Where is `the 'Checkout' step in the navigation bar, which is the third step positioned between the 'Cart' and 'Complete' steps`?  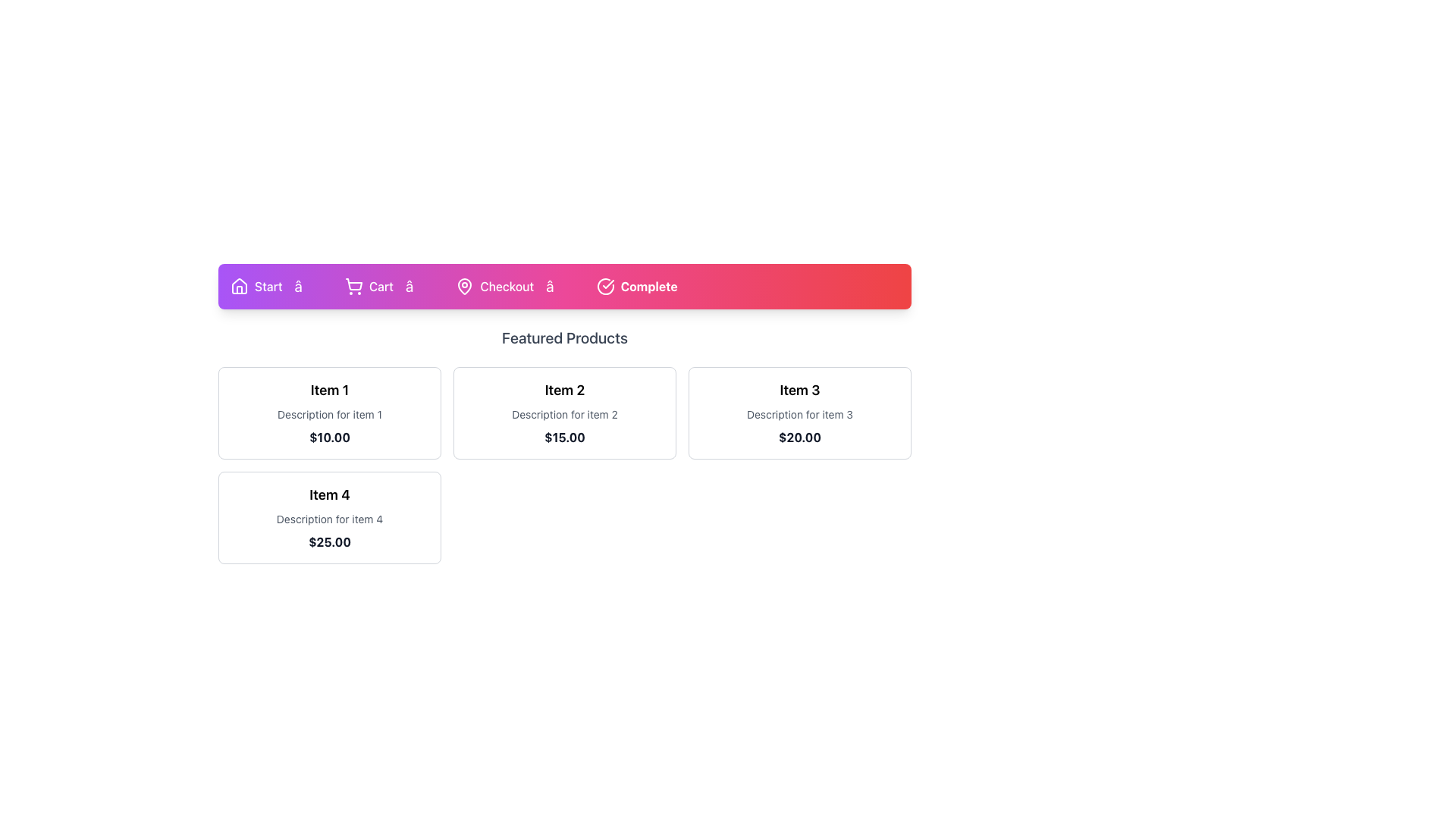 the 'Checkout' step in the navigation bar, which is the third step positioned between the 'Cart' and 'Complete' steps is located at coordinates (494, 287).